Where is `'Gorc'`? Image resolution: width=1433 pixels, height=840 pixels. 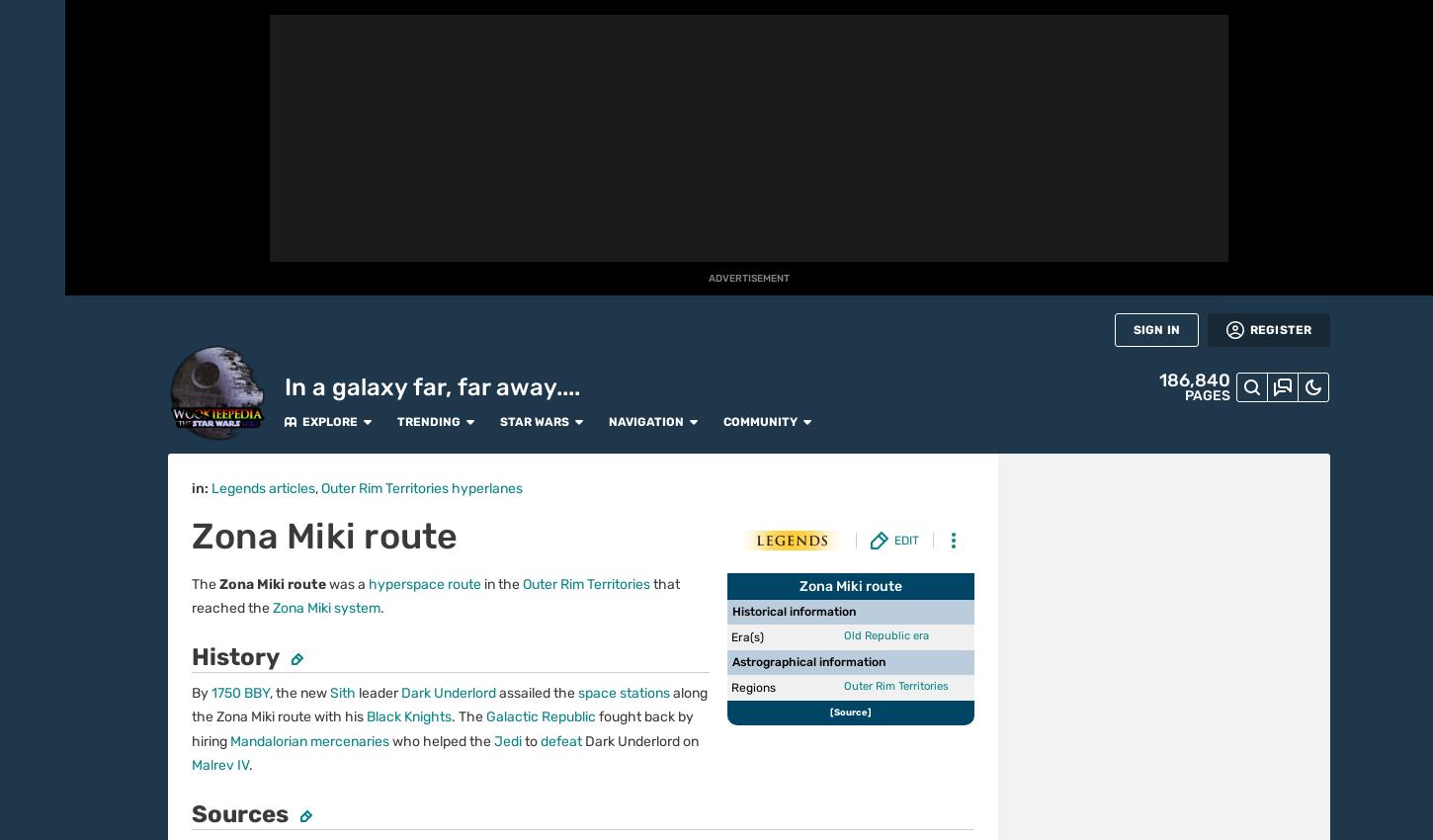 'Gorc' is located at coordinates (981, 814).